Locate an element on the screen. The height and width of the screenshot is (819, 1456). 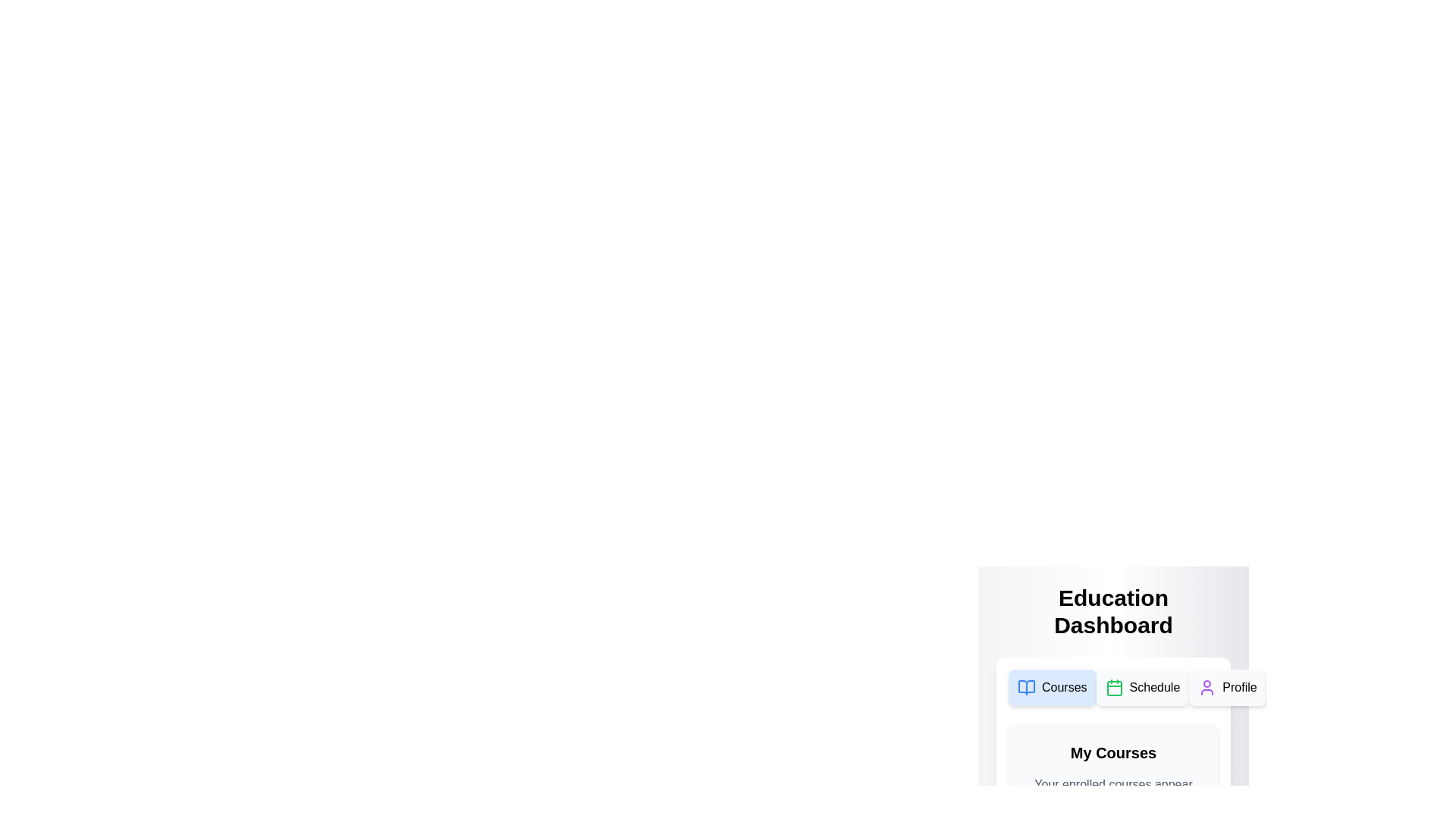
the small open book icon with a blue outline, located within a light blue rounded rectangular button labeled 'Courses' is located at coordinates (1026, 687).